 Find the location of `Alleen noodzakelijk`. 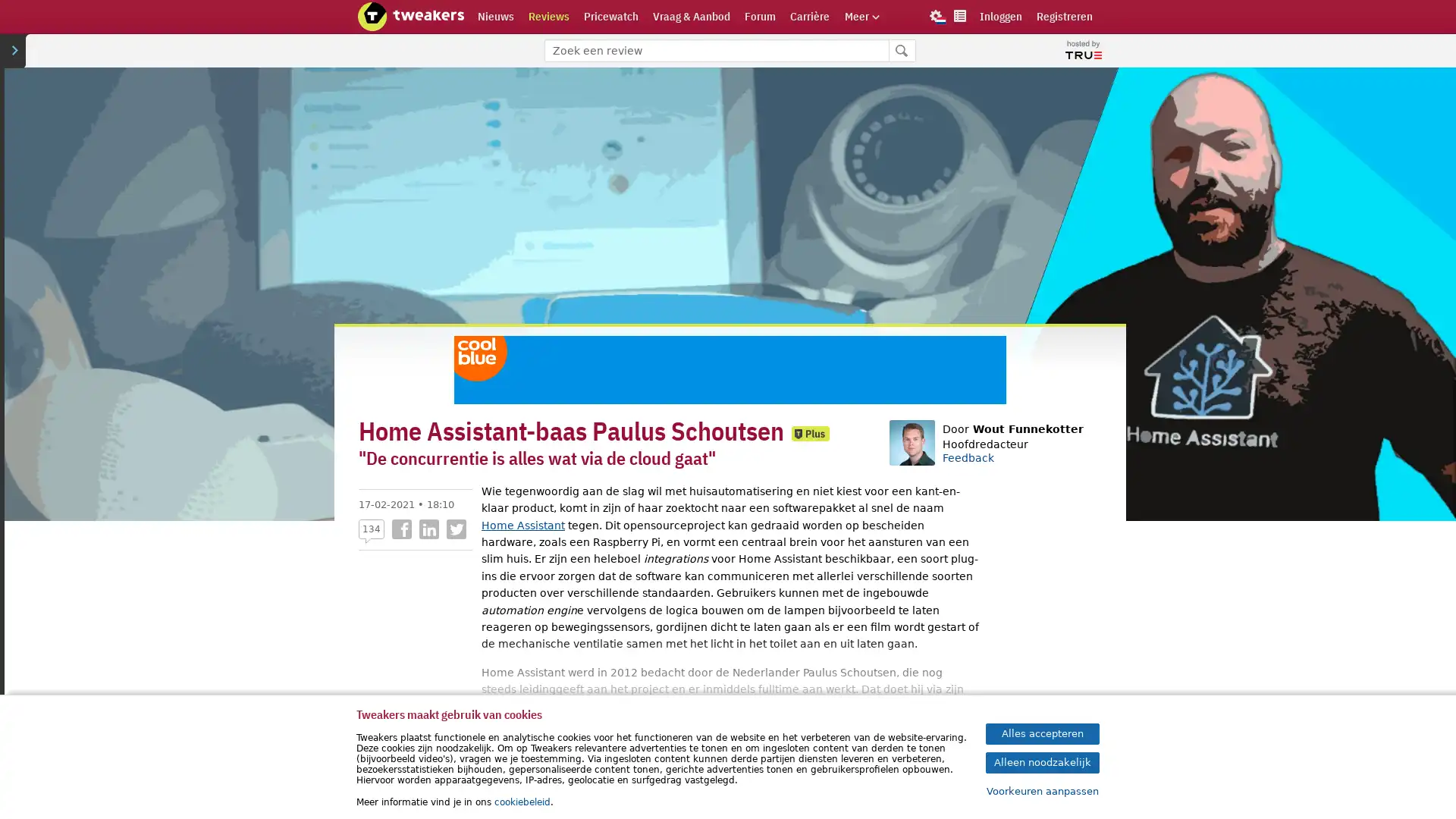

Alleen noodzakelijk is located at coordinates (1041, 763).